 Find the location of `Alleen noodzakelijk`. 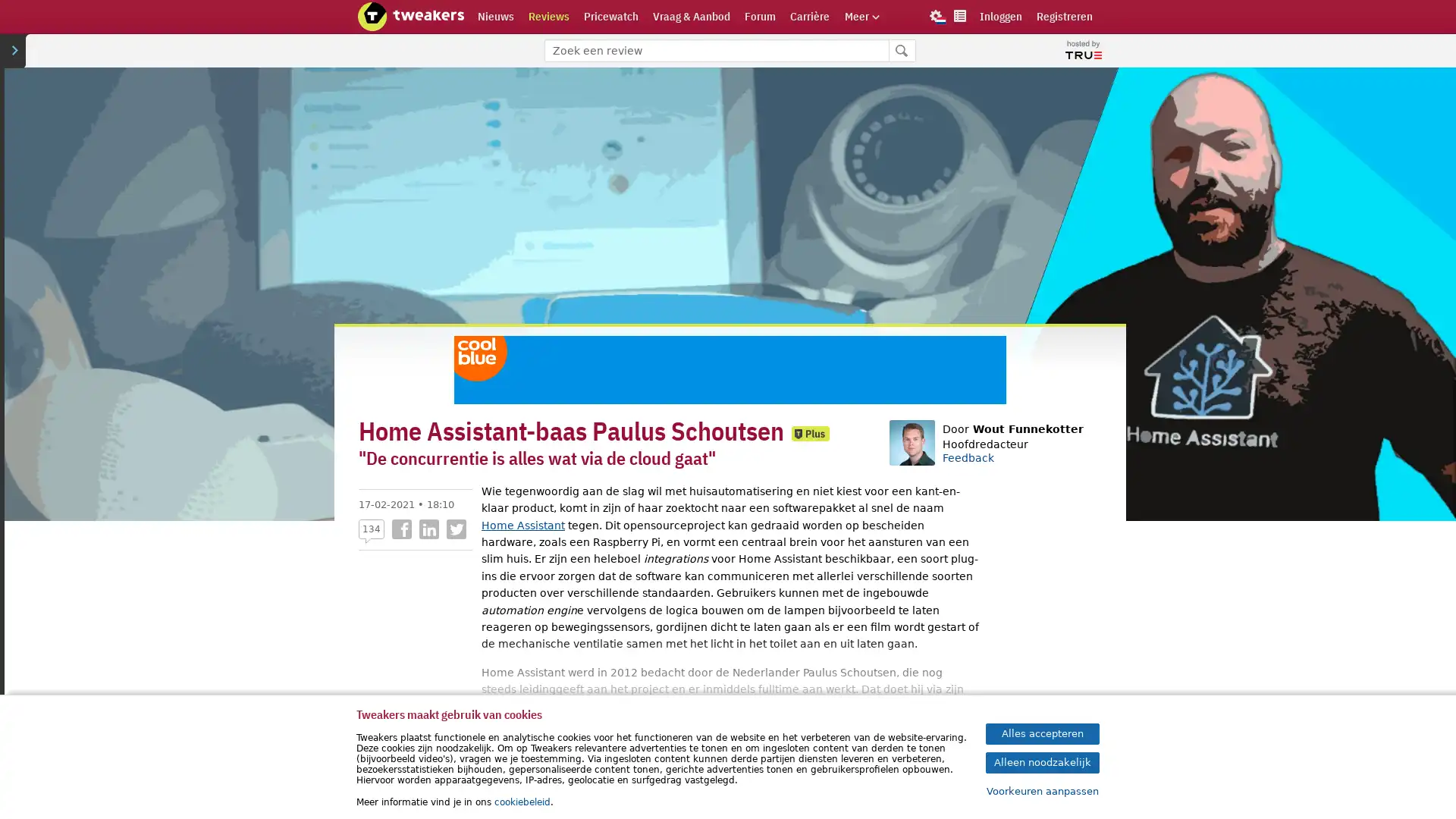

Alleen noodzakelijk is located at coordinates (1041, 763).